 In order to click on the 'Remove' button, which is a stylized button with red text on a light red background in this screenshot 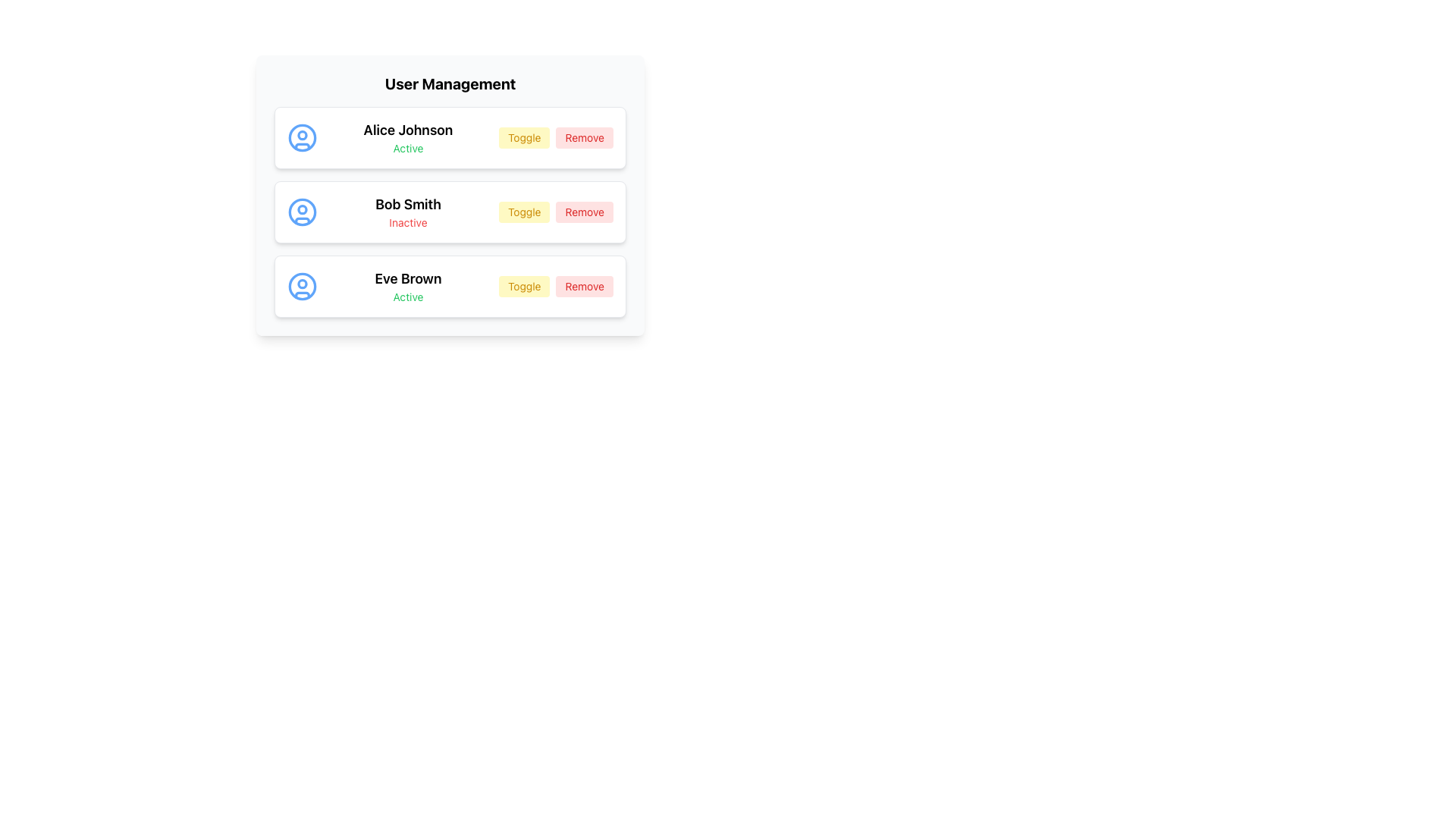, I will do `click(584, 212)`.